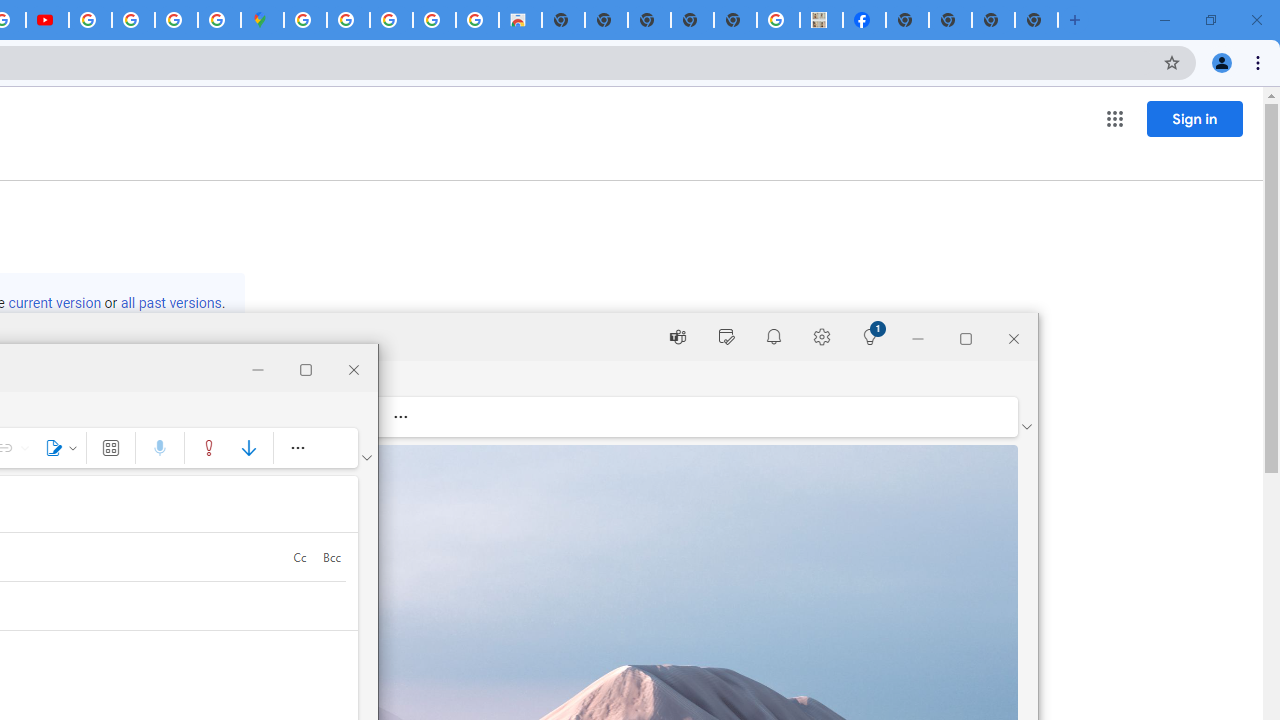 The height and width of the screenshot is (720, 1280). Describe the element at coordinates (209, 446) in the screenshot. I see `'High importance'` at that location.